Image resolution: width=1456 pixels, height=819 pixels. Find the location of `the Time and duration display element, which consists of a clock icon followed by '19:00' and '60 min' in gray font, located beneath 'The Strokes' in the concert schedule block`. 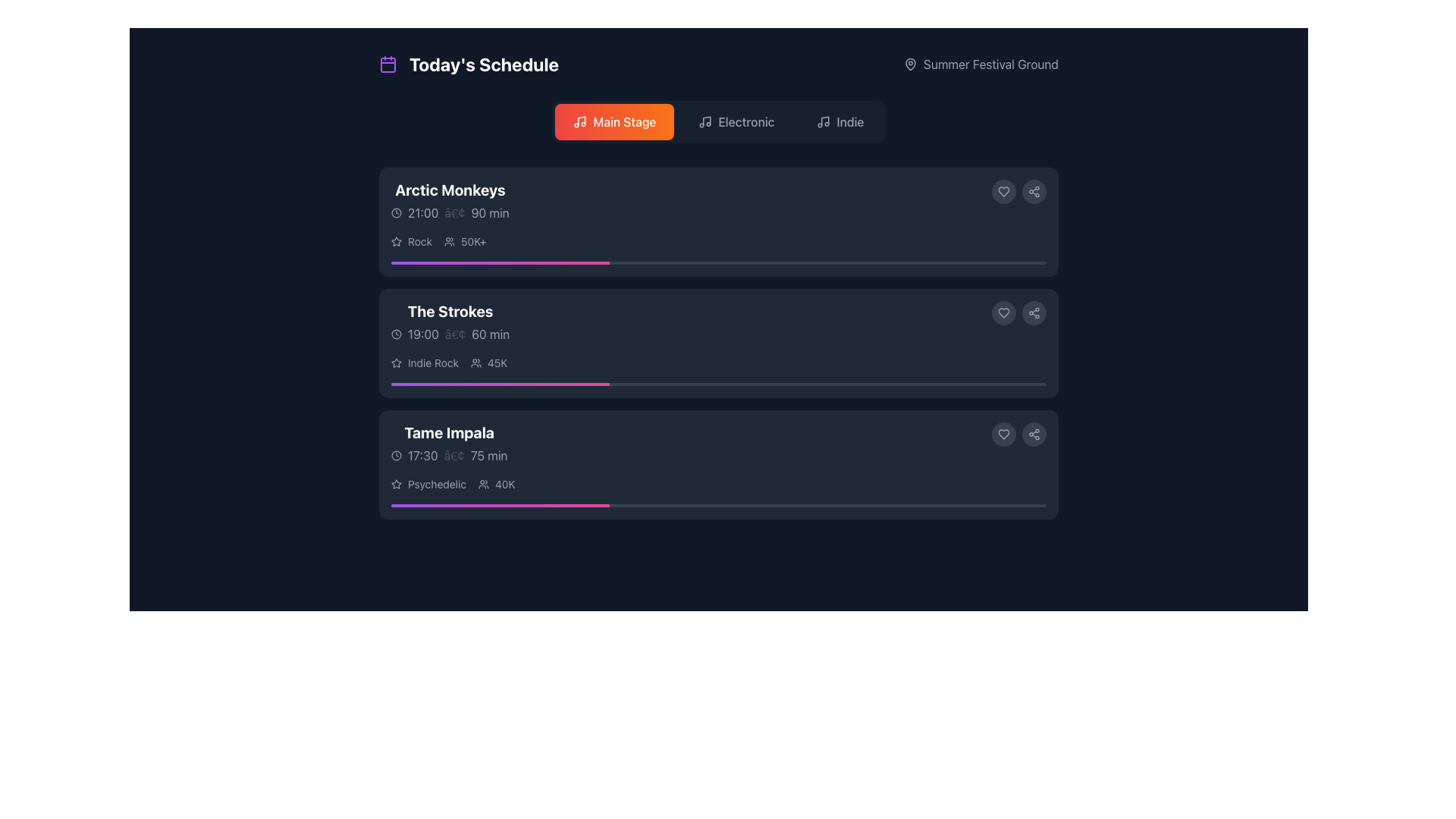

the Time and duration display element, which consists of a clock icon followed by '19:00' and '60 min' in gray font, located beneath 'The Strokes' in the concert schedule block is located at coordinates (450, 333).